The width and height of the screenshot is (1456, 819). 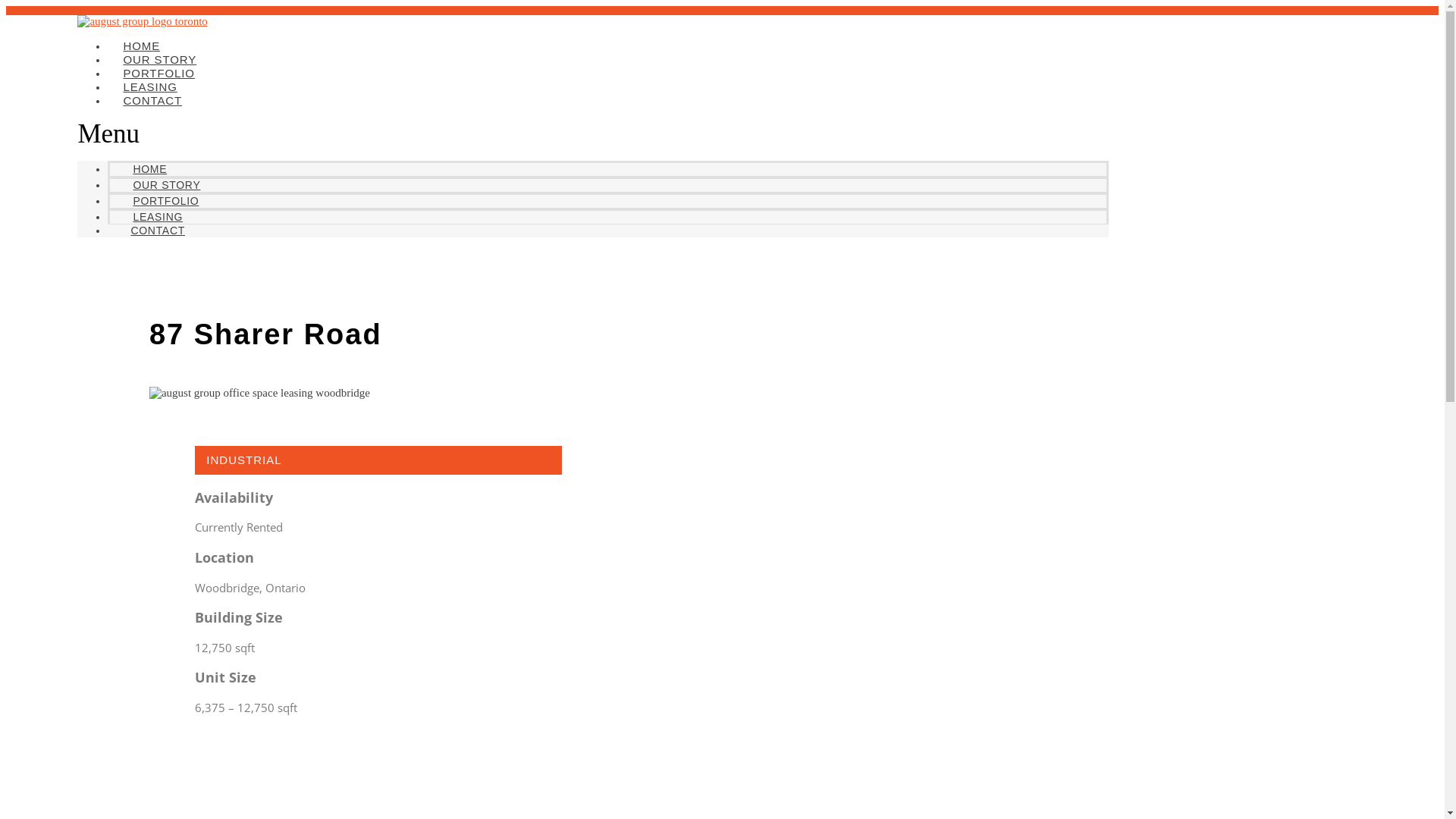 I want to click on 'HOME', so click(x=141, y=45).